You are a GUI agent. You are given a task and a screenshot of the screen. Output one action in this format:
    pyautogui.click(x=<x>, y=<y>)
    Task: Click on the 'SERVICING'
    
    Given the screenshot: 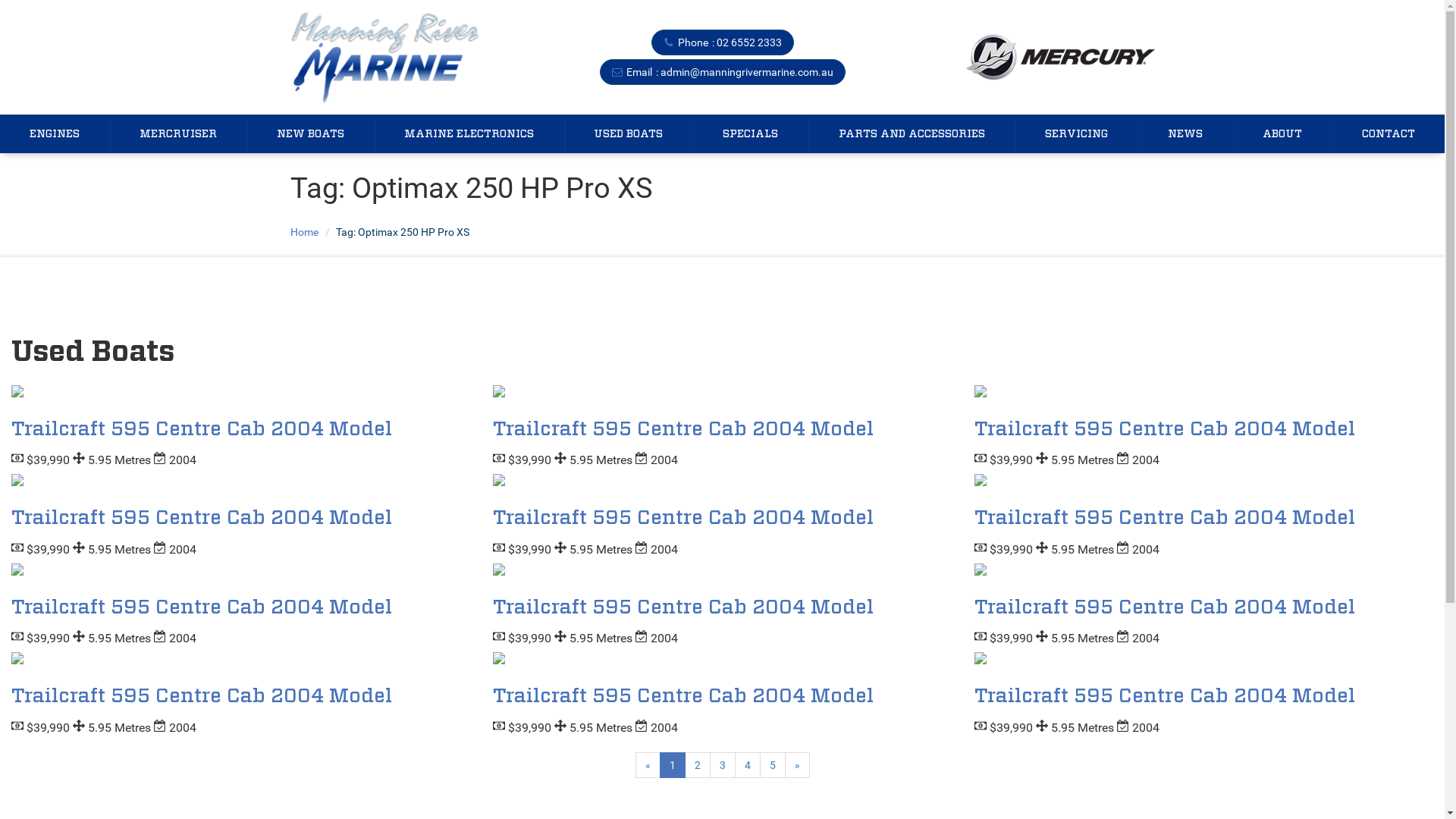 What is the action you would take?
    pyautogui.click(x=1075, y=133)
    